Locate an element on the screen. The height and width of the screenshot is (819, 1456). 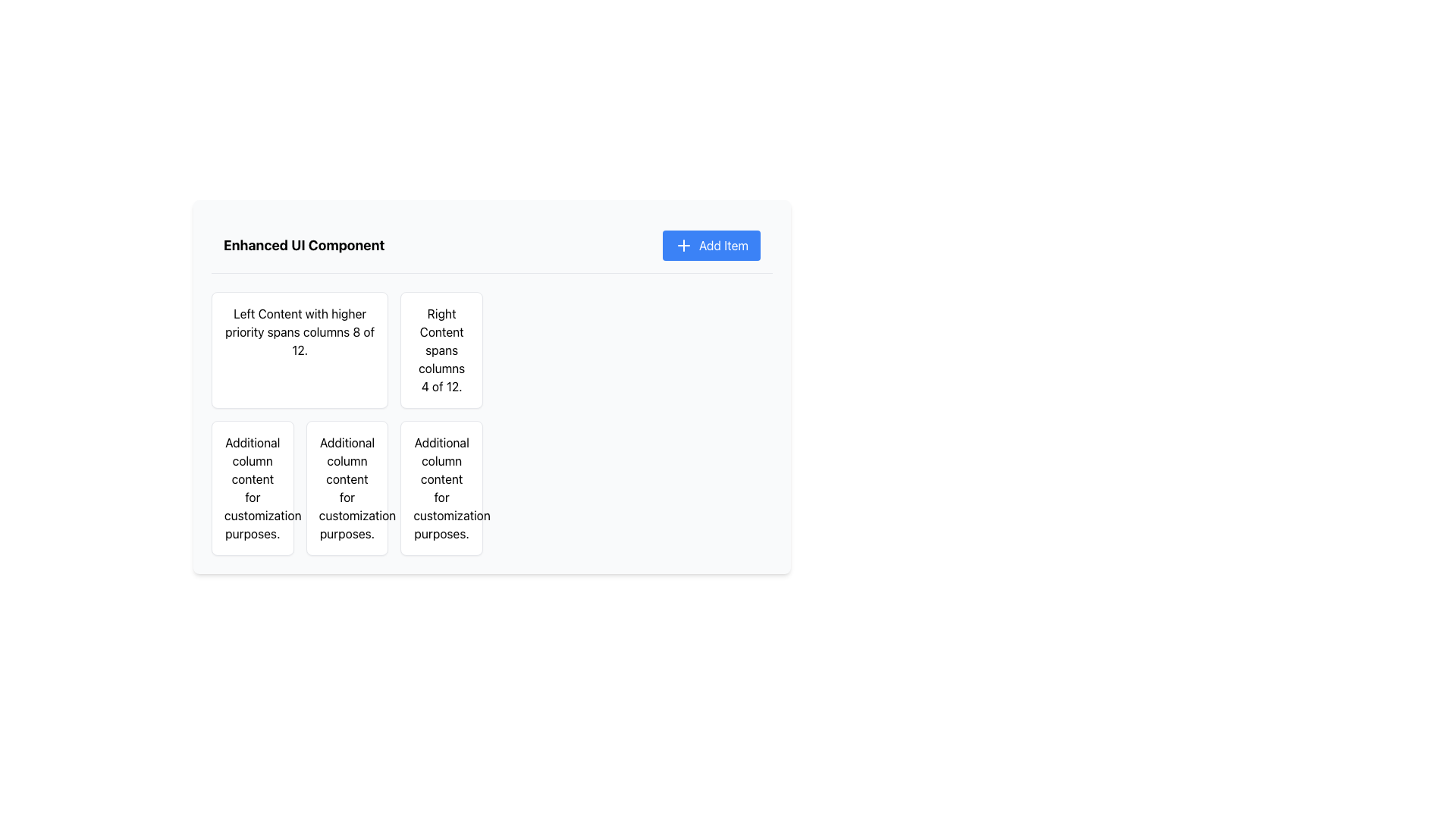
the stylized 'plus' icon located within the blue button labeled 'Add Item' in the top-right corner of the UI is located at coordinates (683, 245).